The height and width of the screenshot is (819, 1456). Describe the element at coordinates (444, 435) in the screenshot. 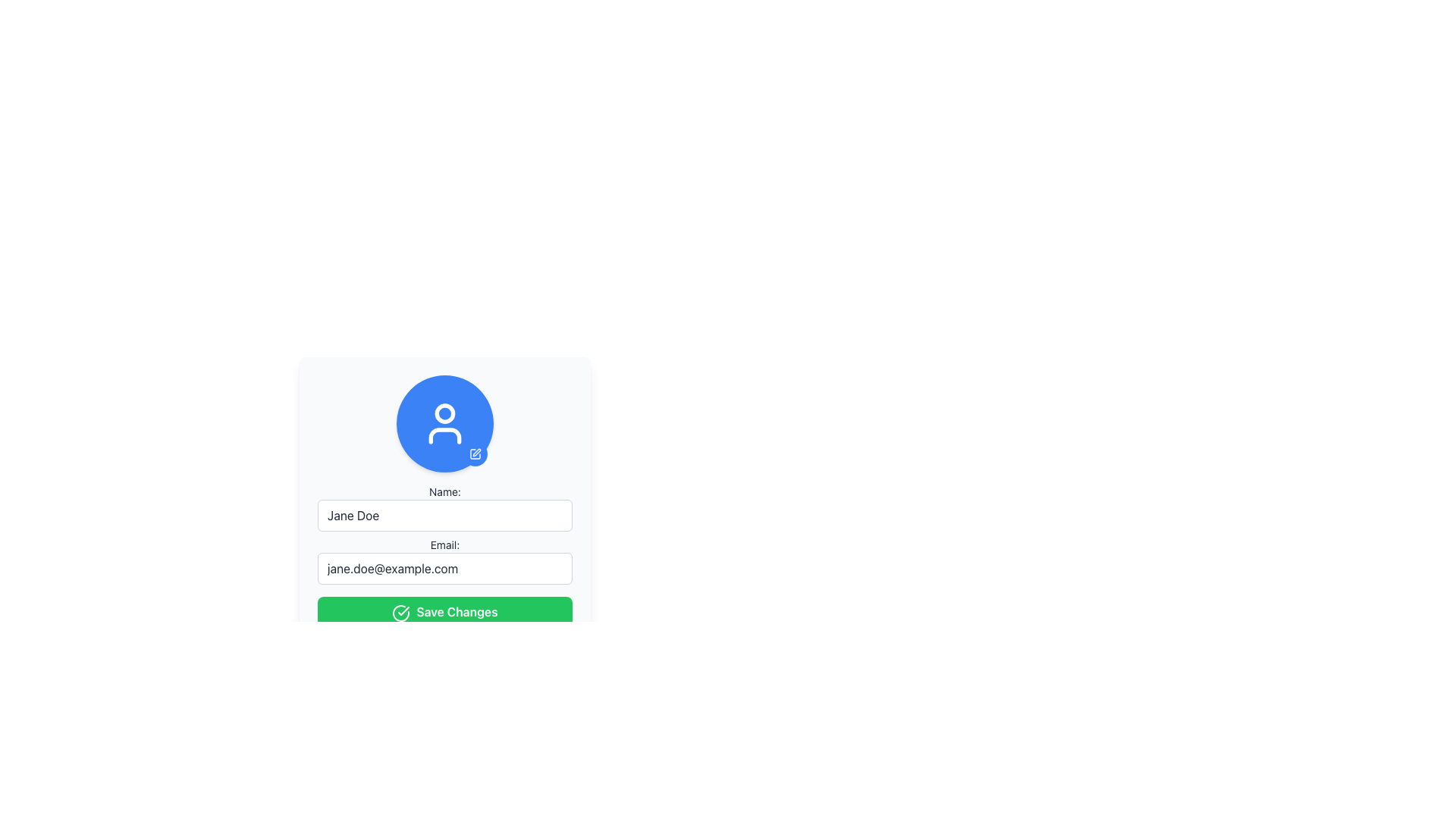

I see `the arc element located at the bottom of the circular profile icon, which has a black outline against a white and blue background` at that location.